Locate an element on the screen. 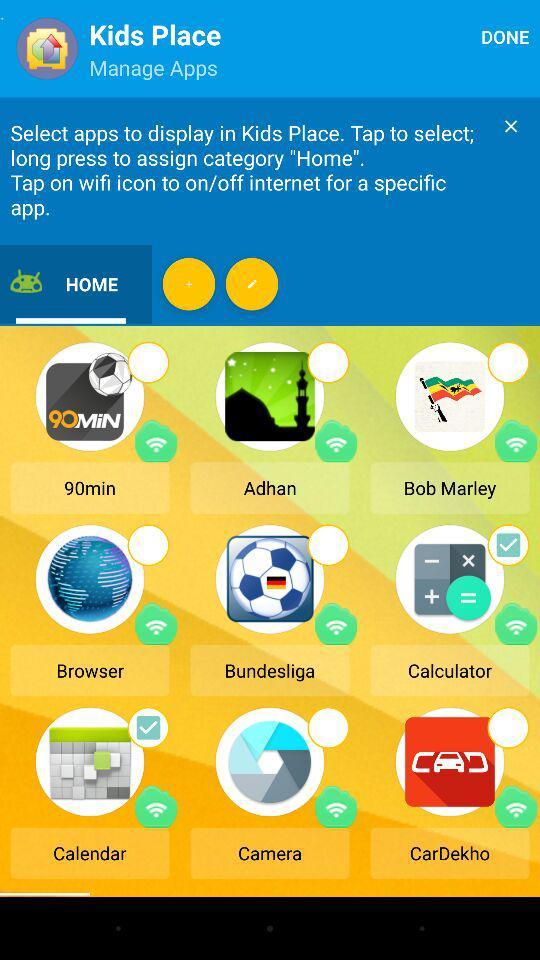 This screenshot has width=540, height=960. the circle image above the browser is located at coordinates (147, 544).